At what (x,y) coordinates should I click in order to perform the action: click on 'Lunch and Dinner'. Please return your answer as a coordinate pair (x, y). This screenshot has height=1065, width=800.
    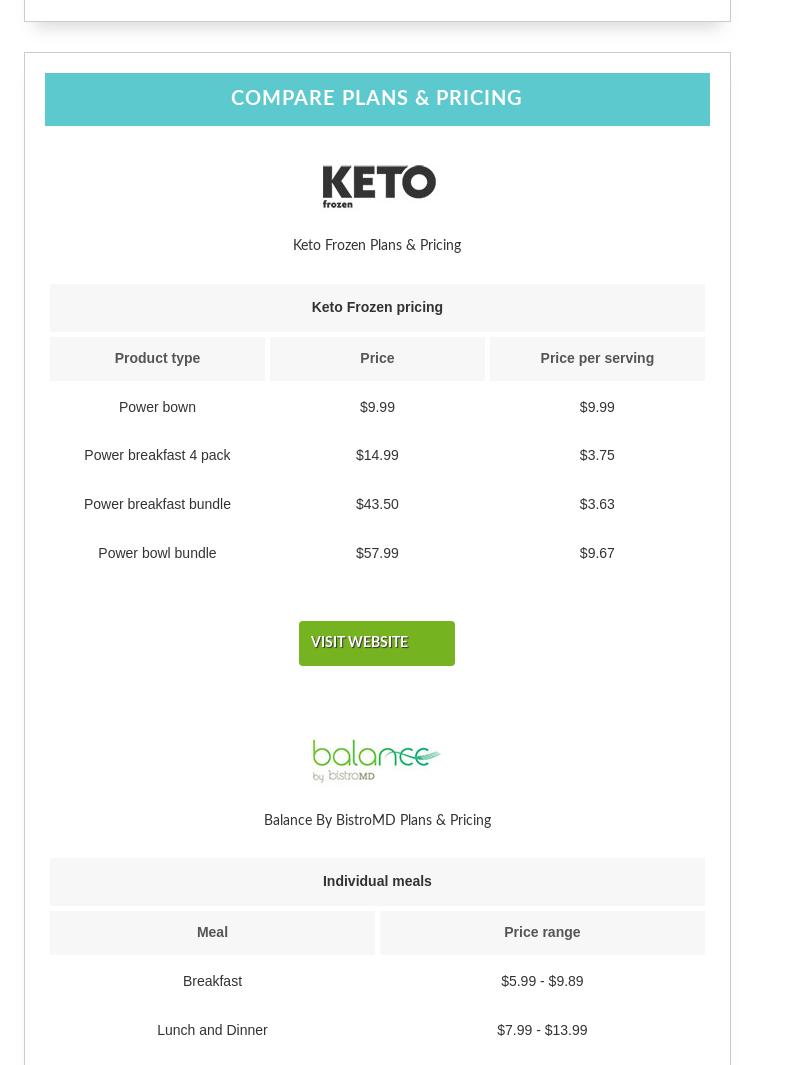
    Looking at the image, I should click on (212, 1029).